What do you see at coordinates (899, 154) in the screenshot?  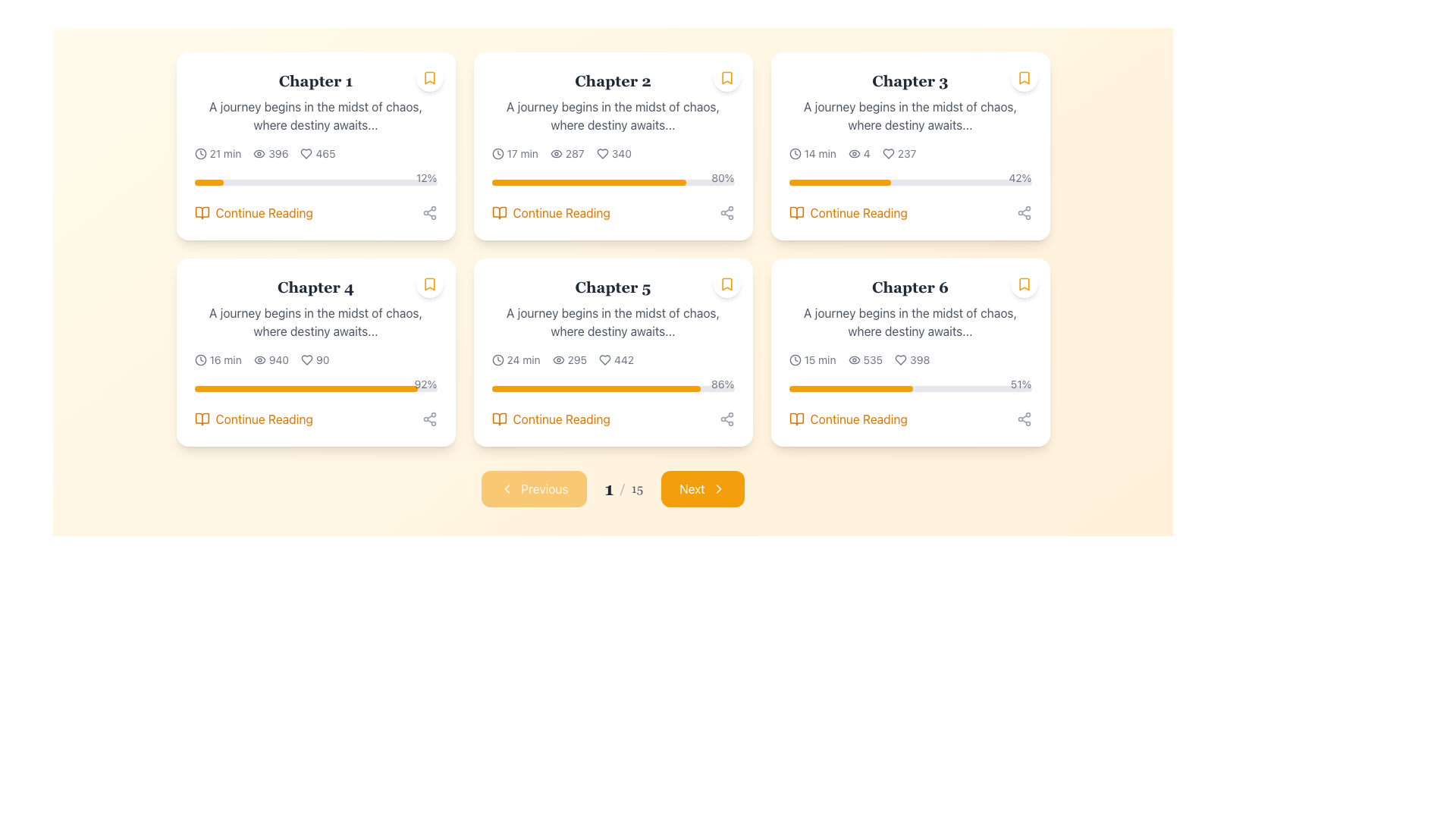 I see `the heart icon with the number '237' in muted gray color within the Chapter 3 card` at bounding box center [899, 154].